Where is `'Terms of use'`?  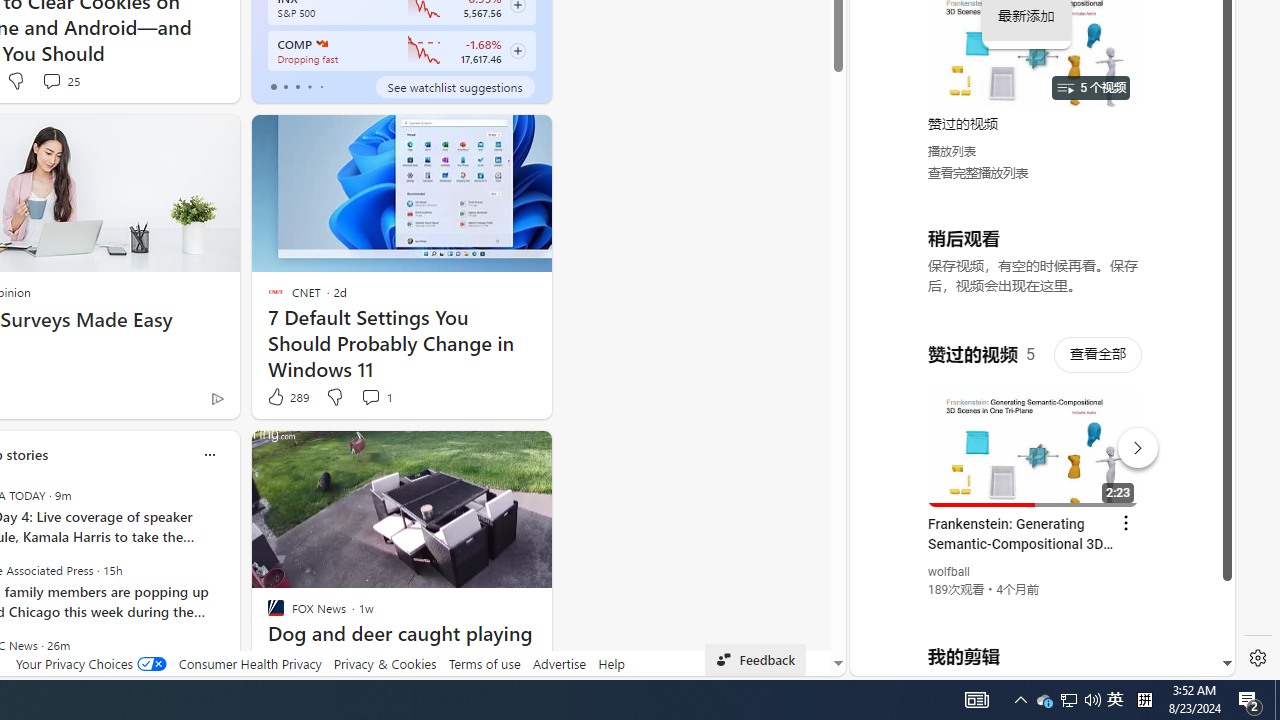 'Terms of use' is located at coordinates (484, 663).